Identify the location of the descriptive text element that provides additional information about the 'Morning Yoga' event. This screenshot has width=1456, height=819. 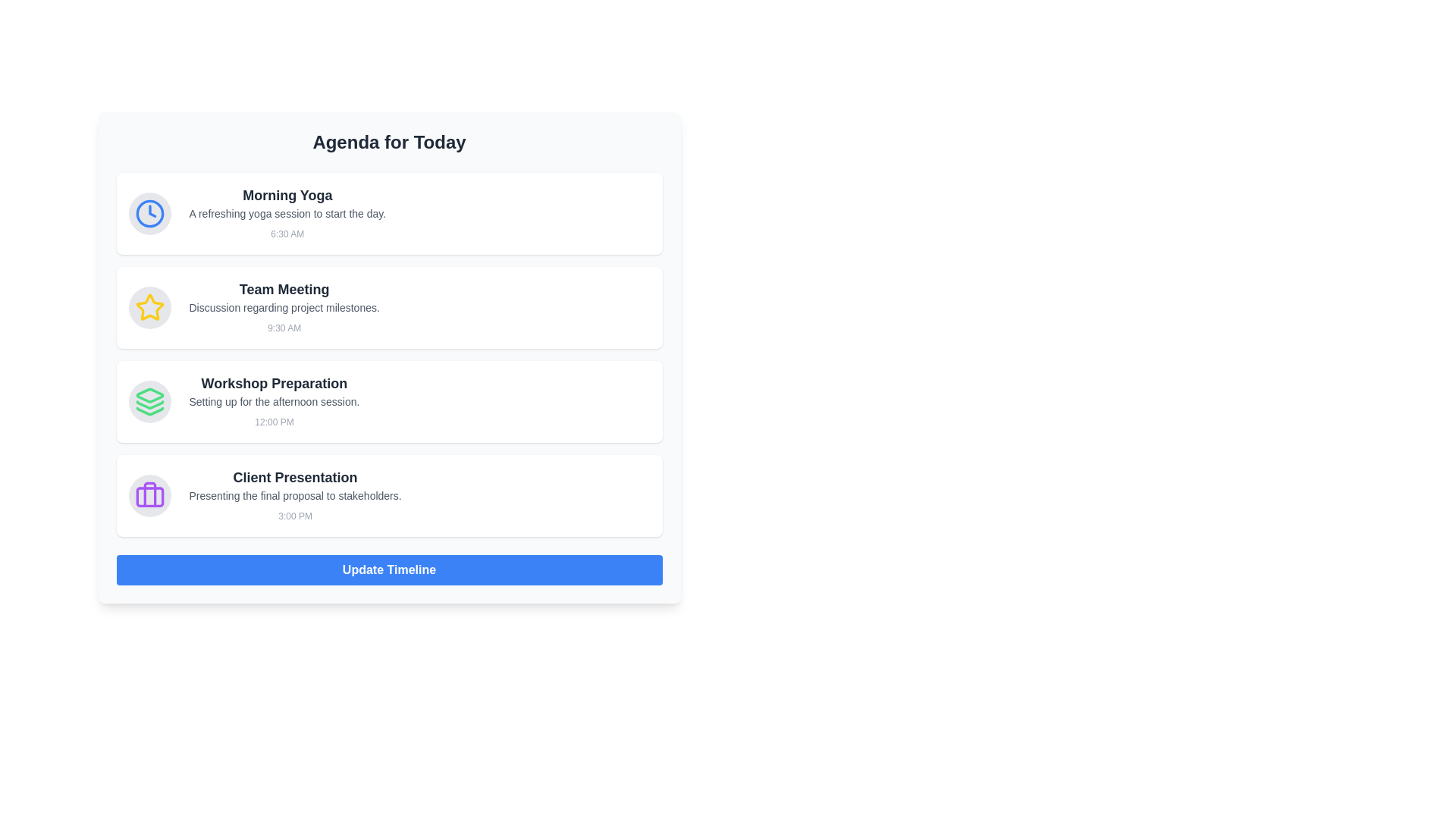
(287, 213).